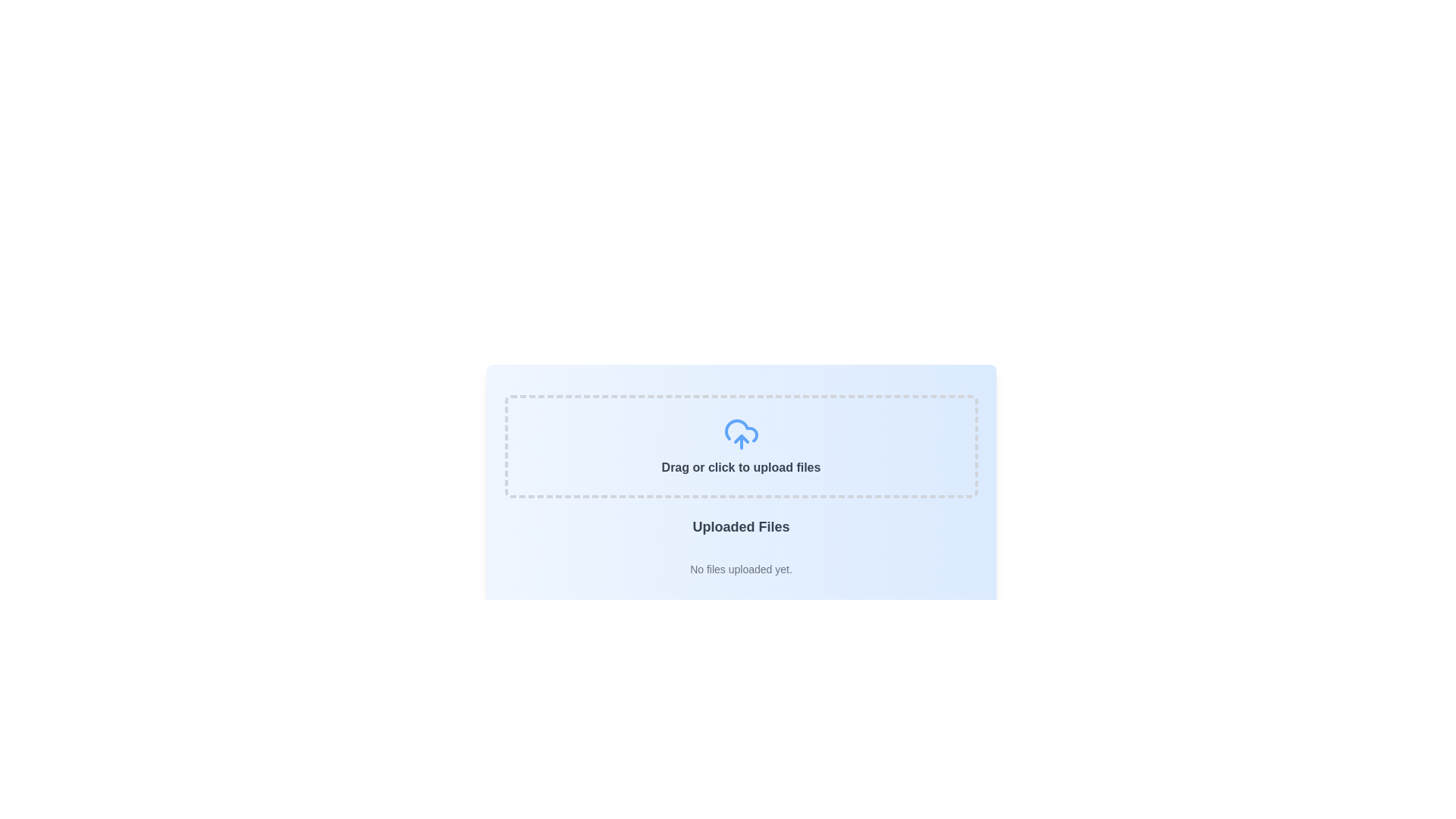 Image resolution: width=1456 pixels, height=819 pixels. I want to click on the File upload area element, which is identified by its dashed rectangular border, cloud icon at the top center, and the text label stating 'Drag or click to upload files', so click(741, 446).